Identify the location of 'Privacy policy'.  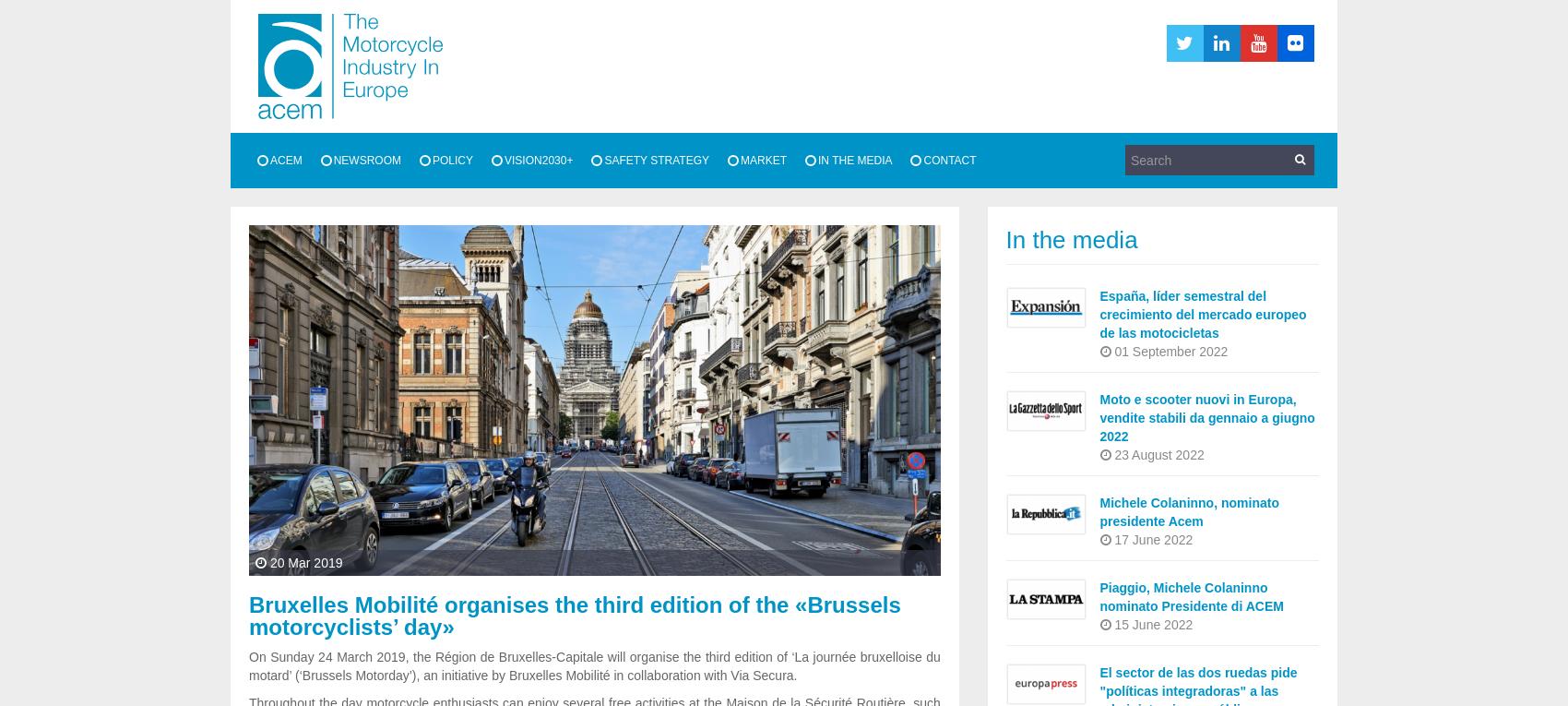
(381, 316).